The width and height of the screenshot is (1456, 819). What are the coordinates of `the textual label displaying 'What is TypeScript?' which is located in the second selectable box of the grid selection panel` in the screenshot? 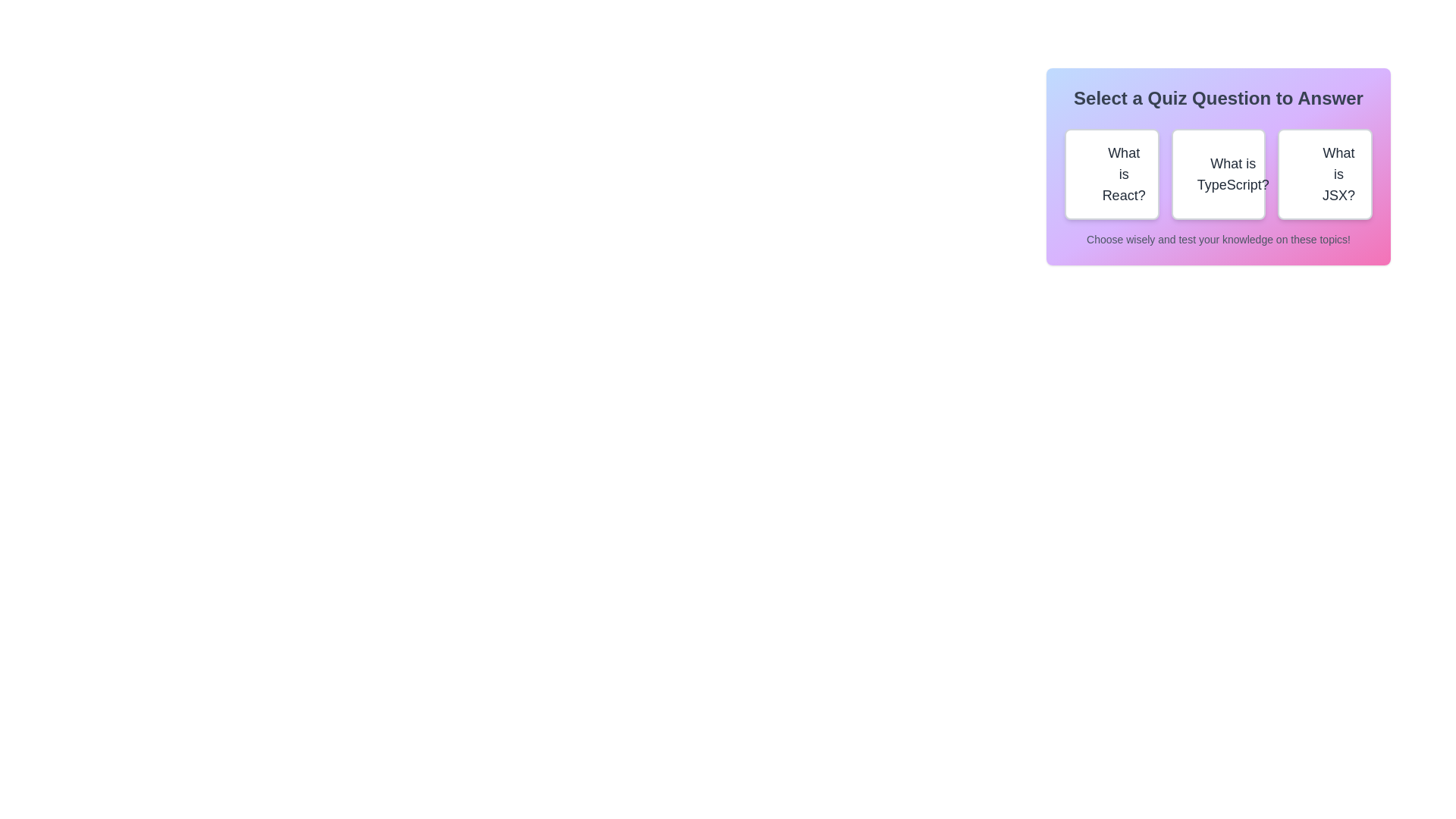 It's located at (1233, 174).